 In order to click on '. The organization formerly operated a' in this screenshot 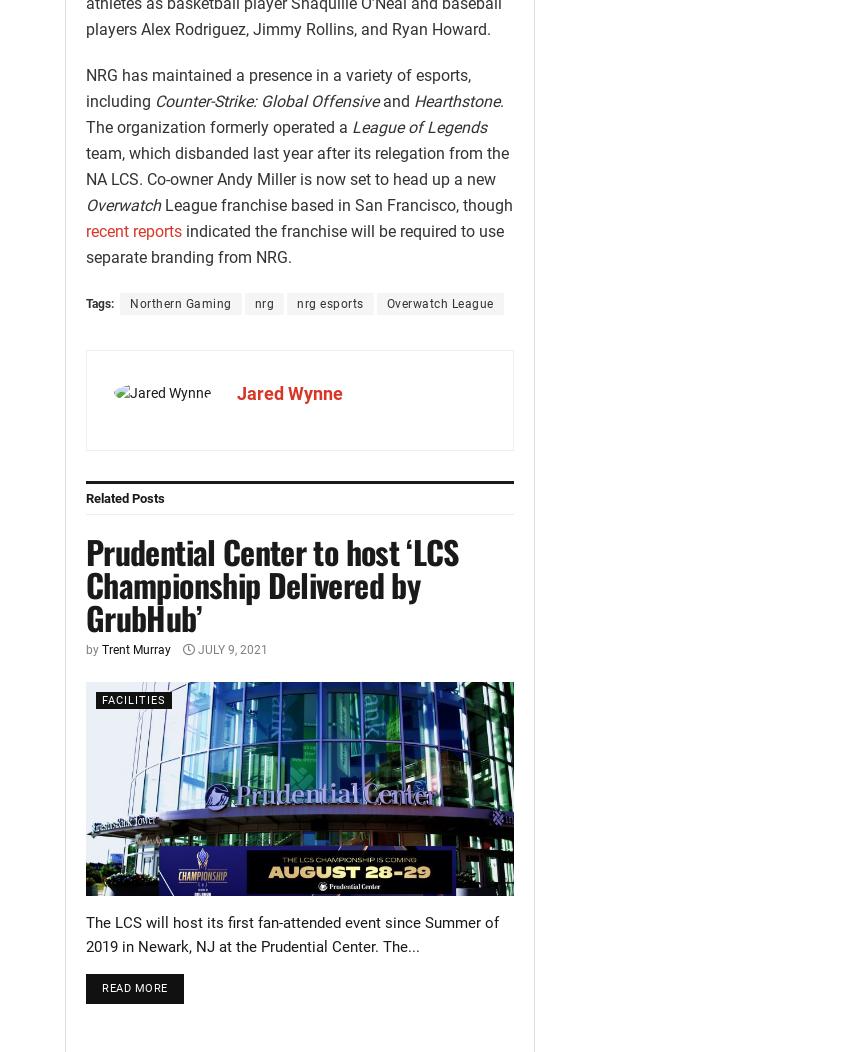, I will do `click(294, 113)`.